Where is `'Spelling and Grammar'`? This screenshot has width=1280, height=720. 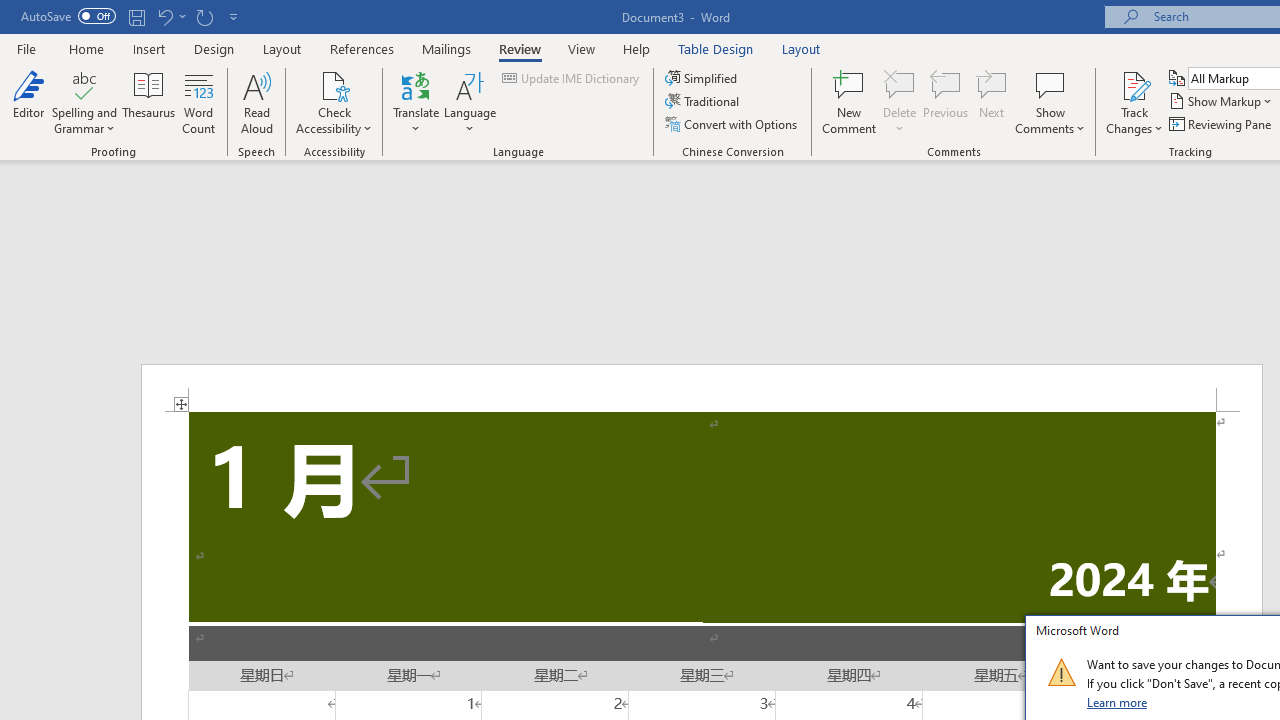 'Spelling and Grammar' is located at coordinates (84, 84).